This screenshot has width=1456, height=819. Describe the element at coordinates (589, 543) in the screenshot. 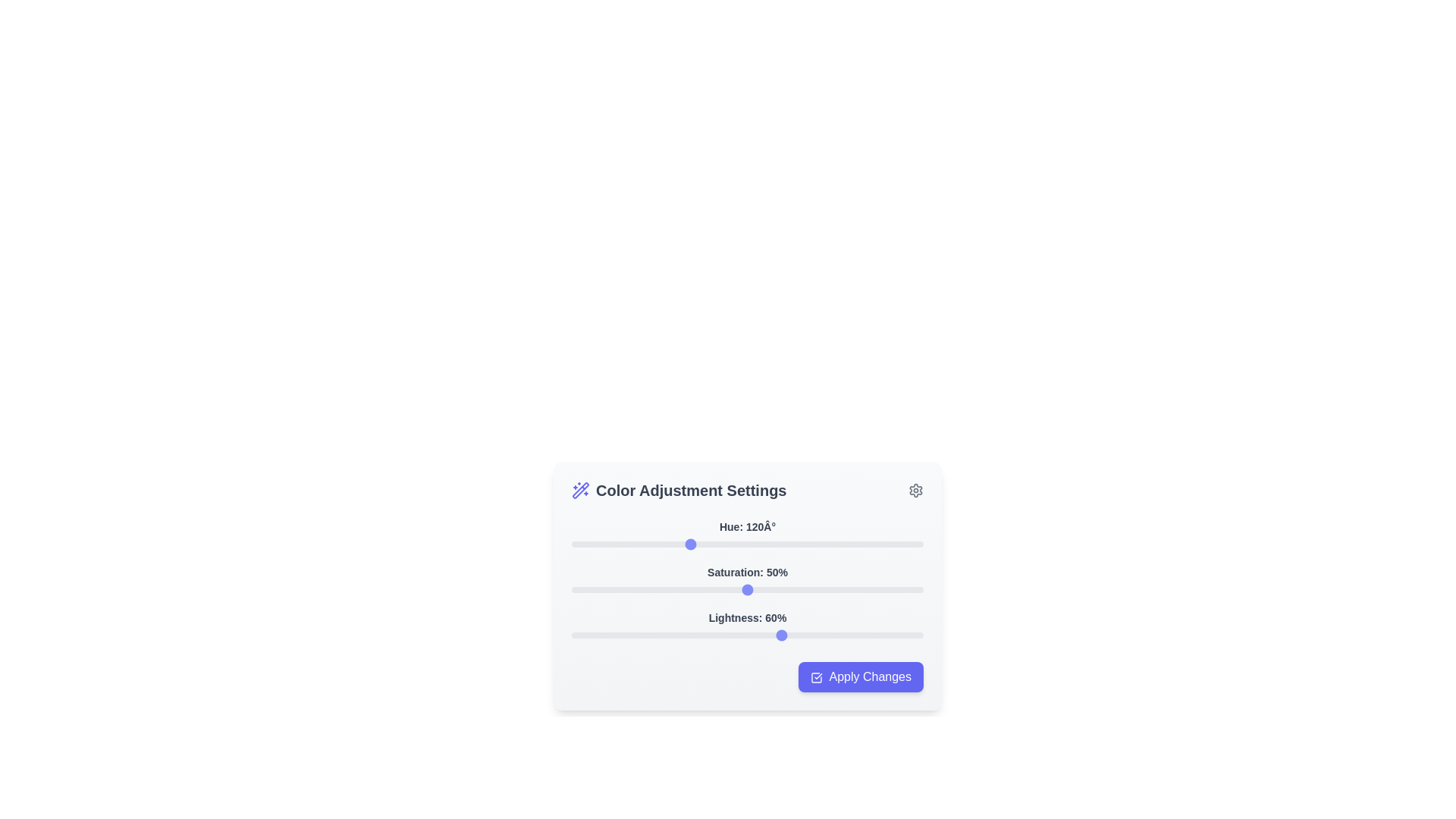

I see `hue` at that location.